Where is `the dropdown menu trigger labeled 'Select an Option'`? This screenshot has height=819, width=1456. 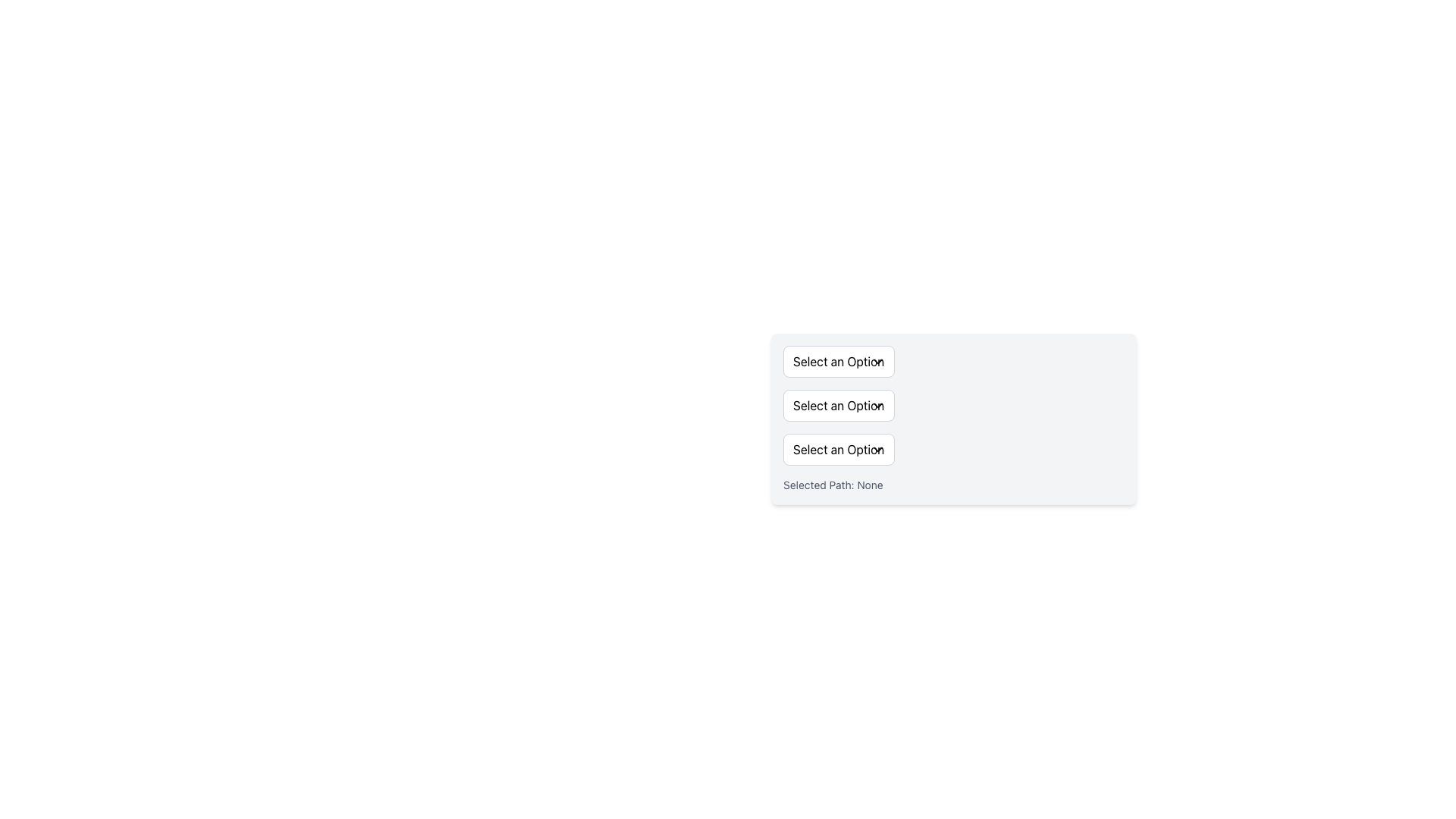 the dropdown menu trigger labeled 'Select an Option' is located at coordinates (838, 449).